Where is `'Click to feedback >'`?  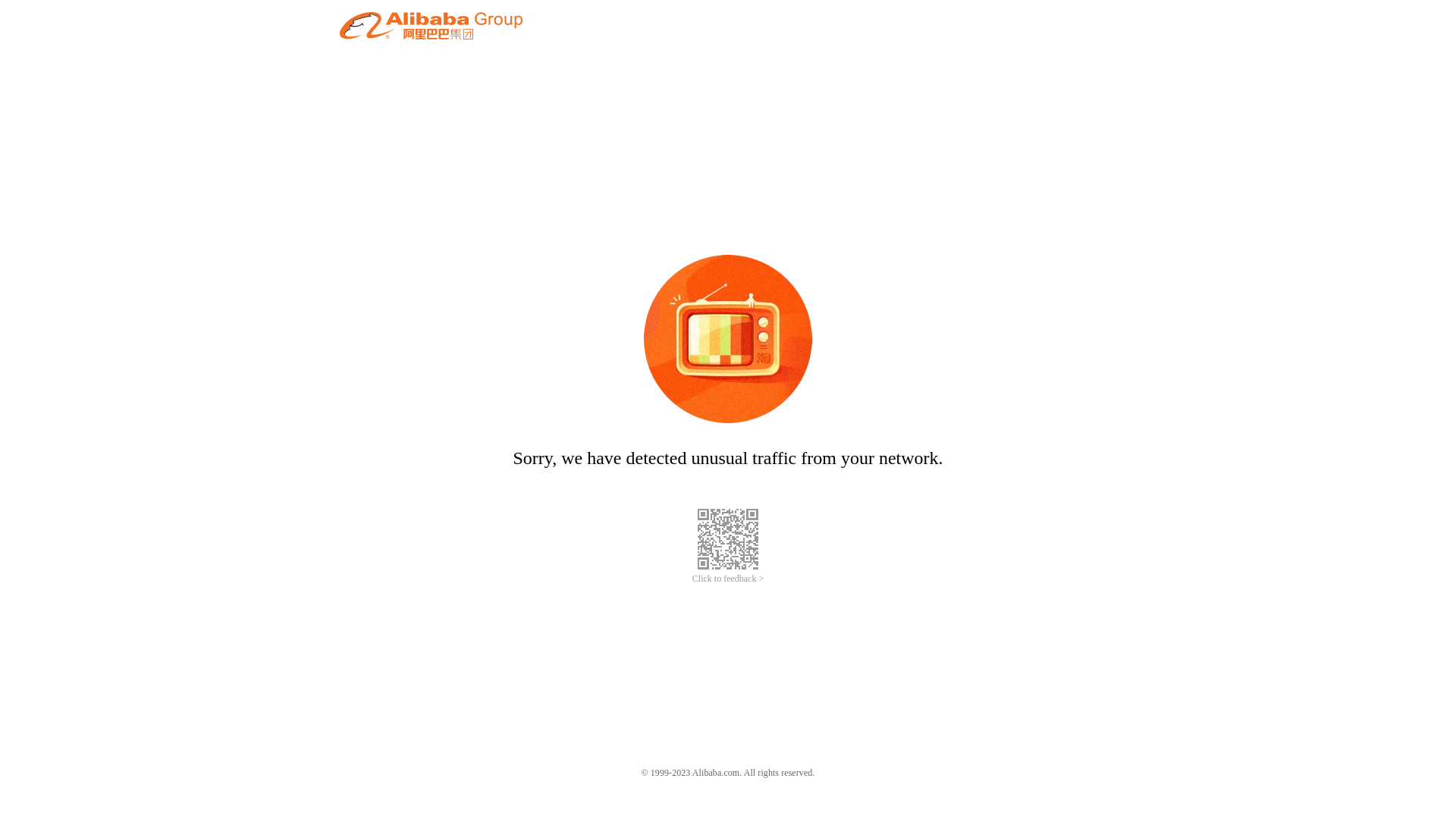 'Click to feedback >' is located at coordinates (691, 579).